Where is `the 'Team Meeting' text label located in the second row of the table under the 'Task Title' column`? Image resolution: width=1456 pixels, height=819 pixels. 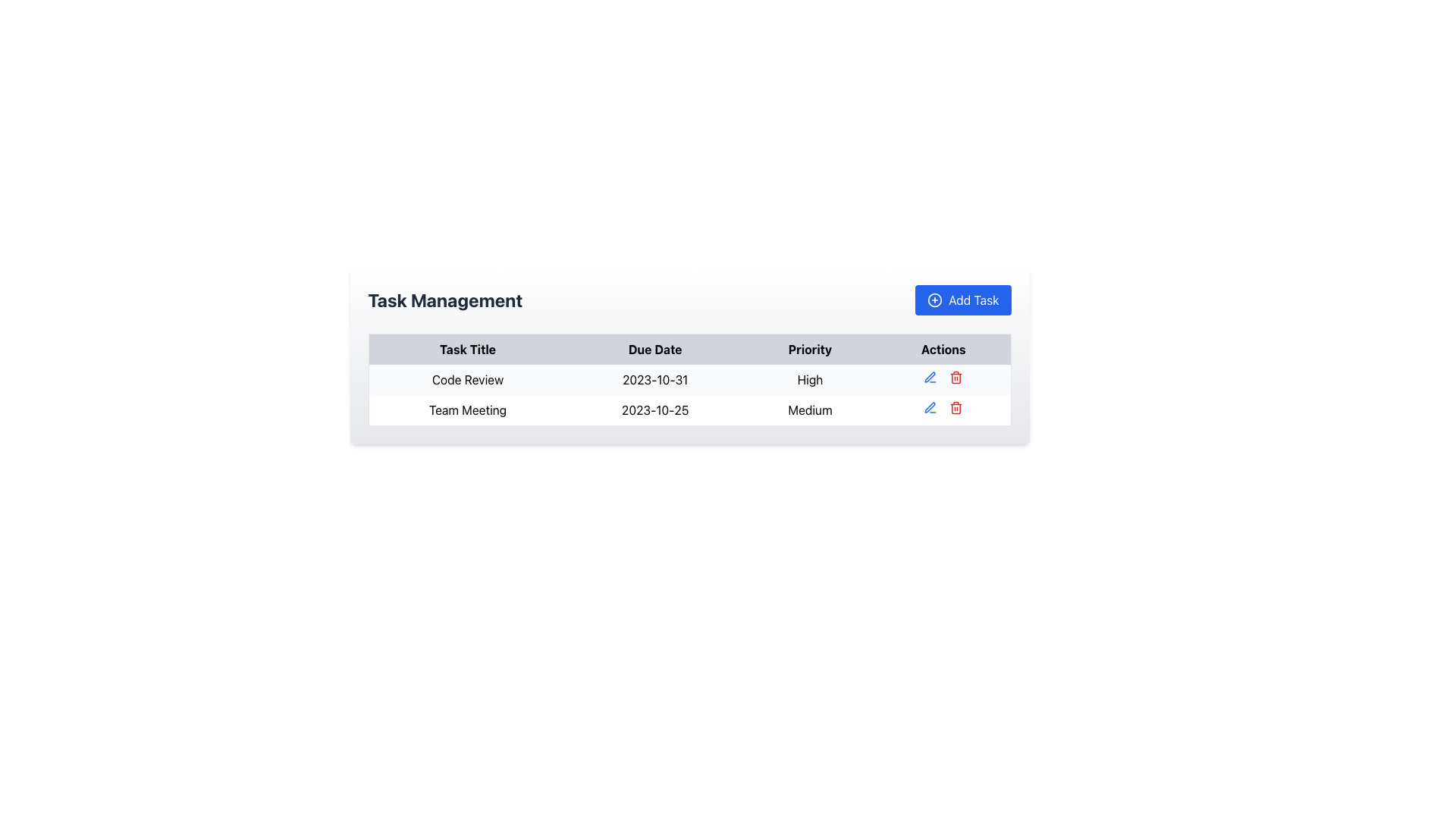 the 'Team Meeting' text label located in the second row of the table under the 'Task Title' column is located at coordinates (466, 410).